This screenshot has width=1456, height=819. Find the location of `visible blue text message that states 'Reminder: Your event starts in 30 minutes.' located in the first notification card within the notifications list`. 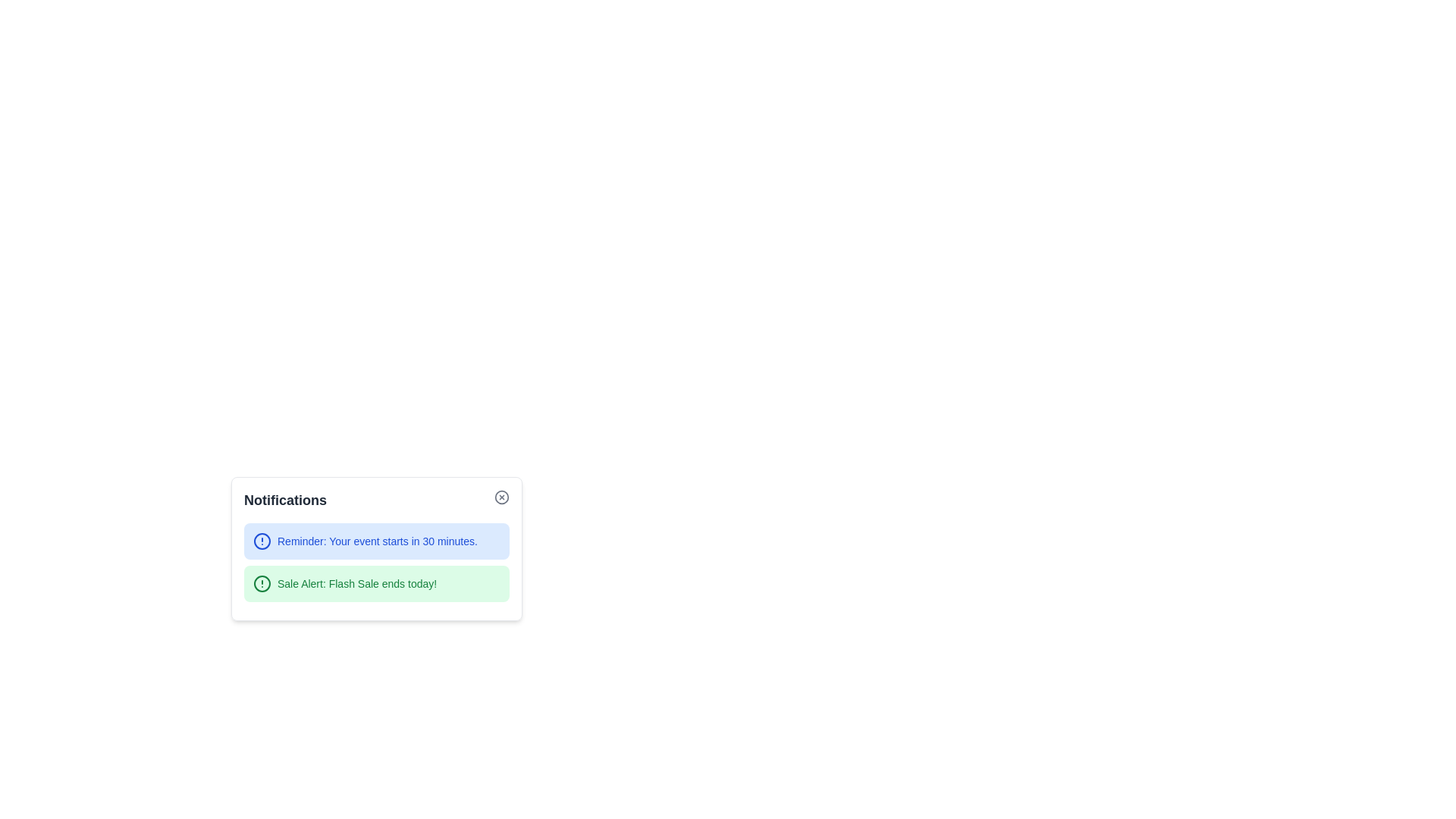

visible blue text message that states 'Reminder: Your event starts in 30 minutes.' located in the first notification card within the notifications list is located at coordinates (377, 540).